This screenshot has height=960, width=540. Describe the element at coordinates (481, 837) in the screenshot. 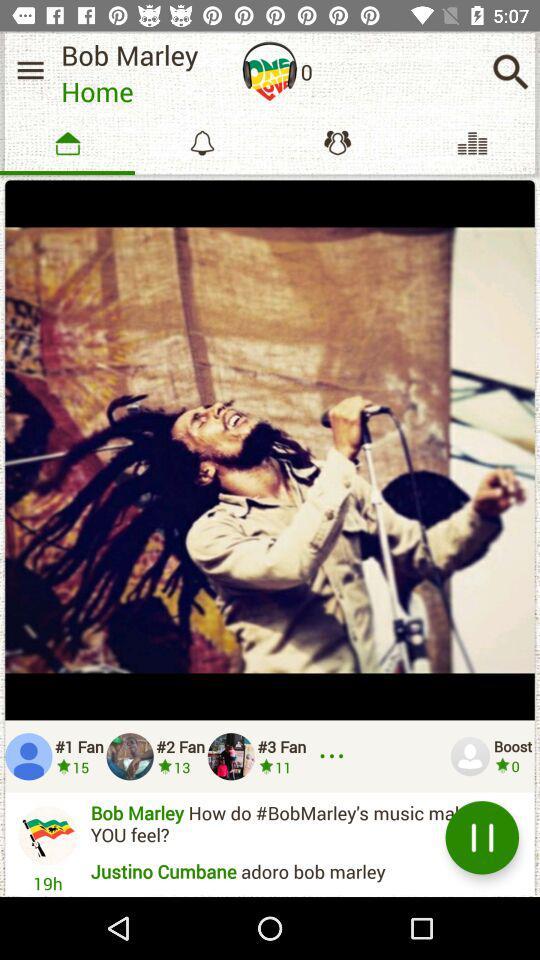

I see `pauses currently playing song` at that location.